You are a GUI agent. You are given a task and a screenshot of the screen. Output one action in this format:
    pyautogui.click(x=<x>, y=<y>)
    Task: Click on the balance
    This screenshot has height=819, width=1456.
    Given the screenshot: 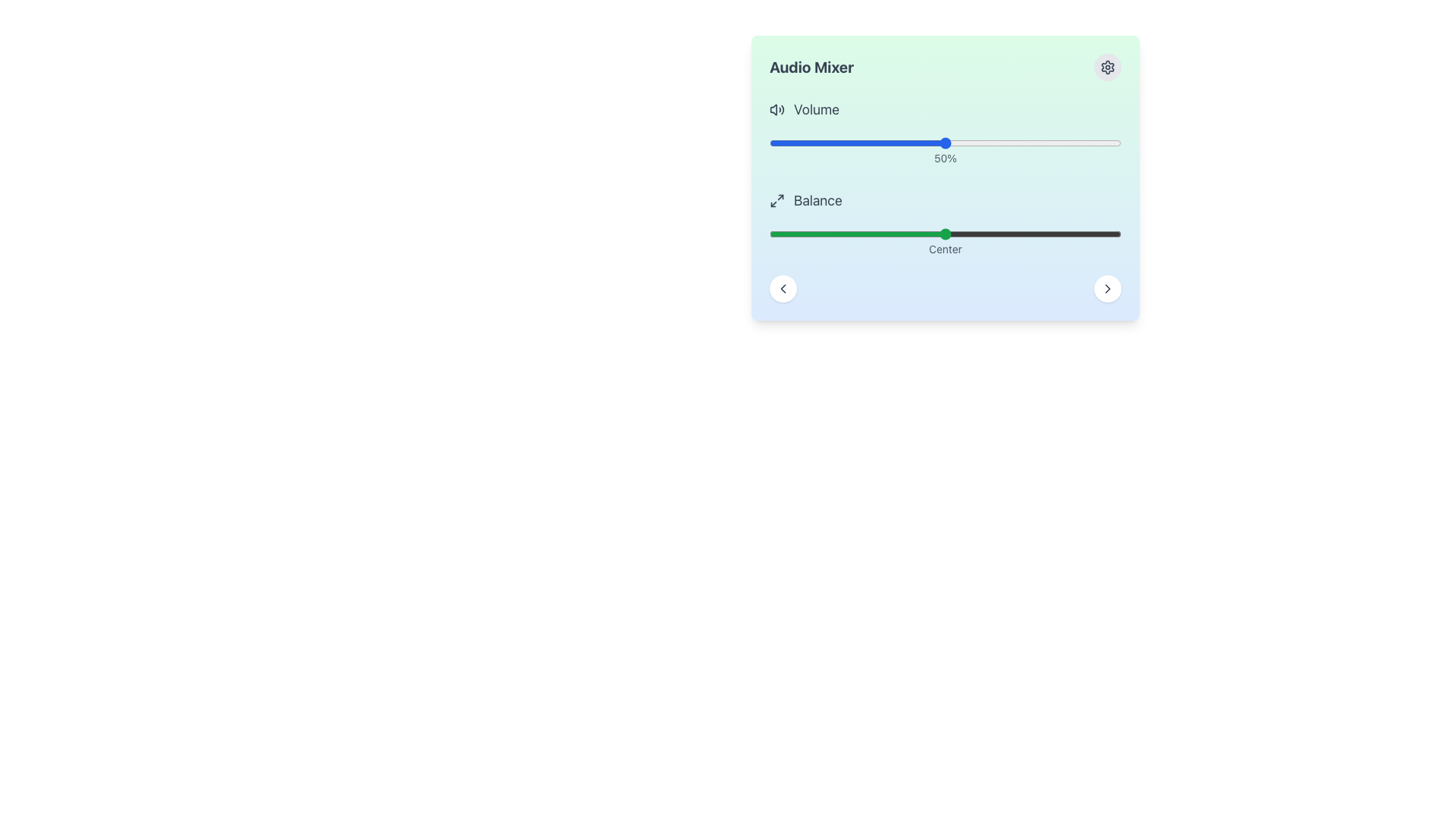 What is the action you would take?
    pyautogui.click(x=828, y=234)
    